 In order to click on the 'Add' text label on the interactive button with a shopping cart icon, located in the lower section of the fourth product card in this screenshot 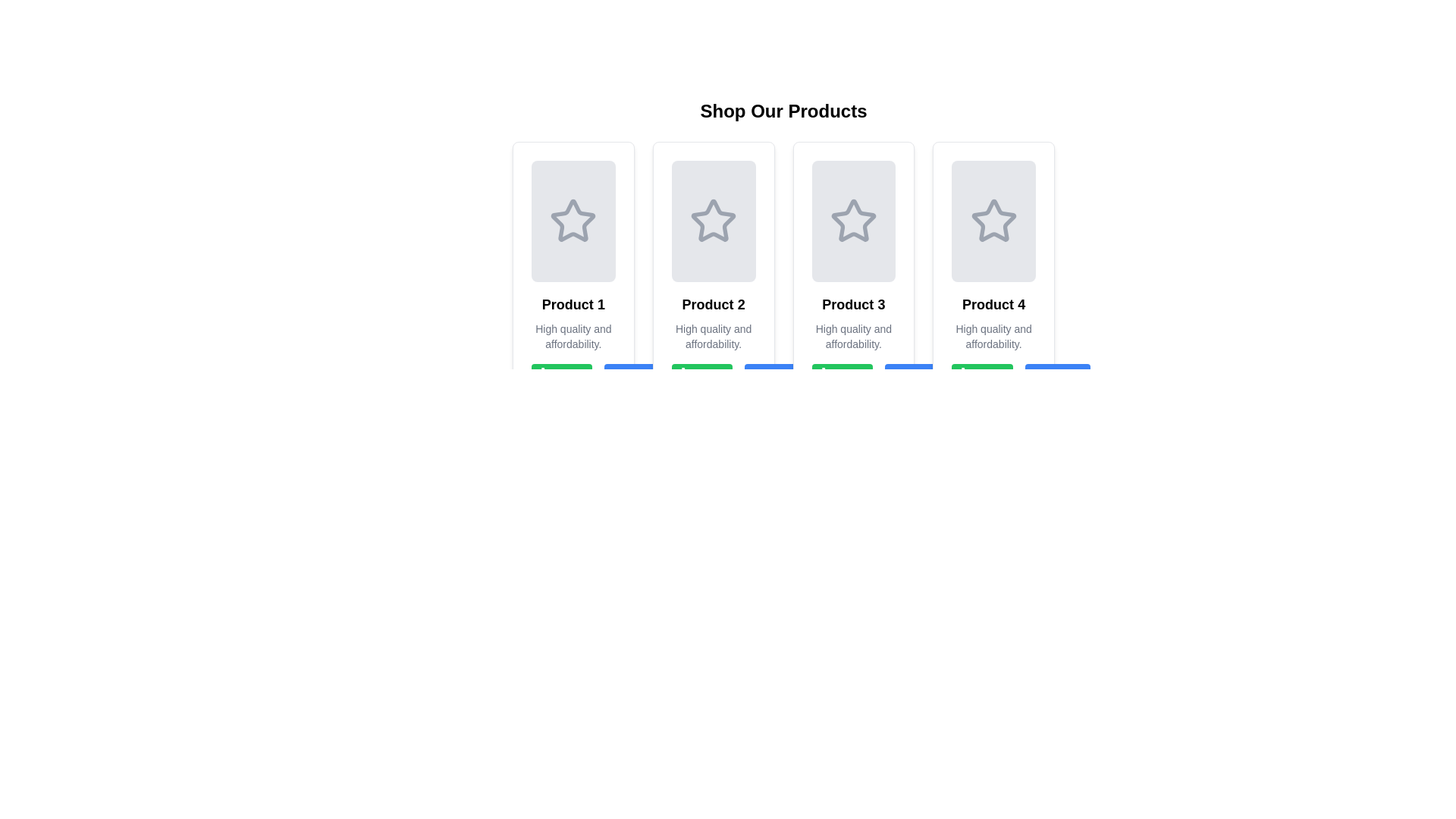, I will do `click(993, 375)`.